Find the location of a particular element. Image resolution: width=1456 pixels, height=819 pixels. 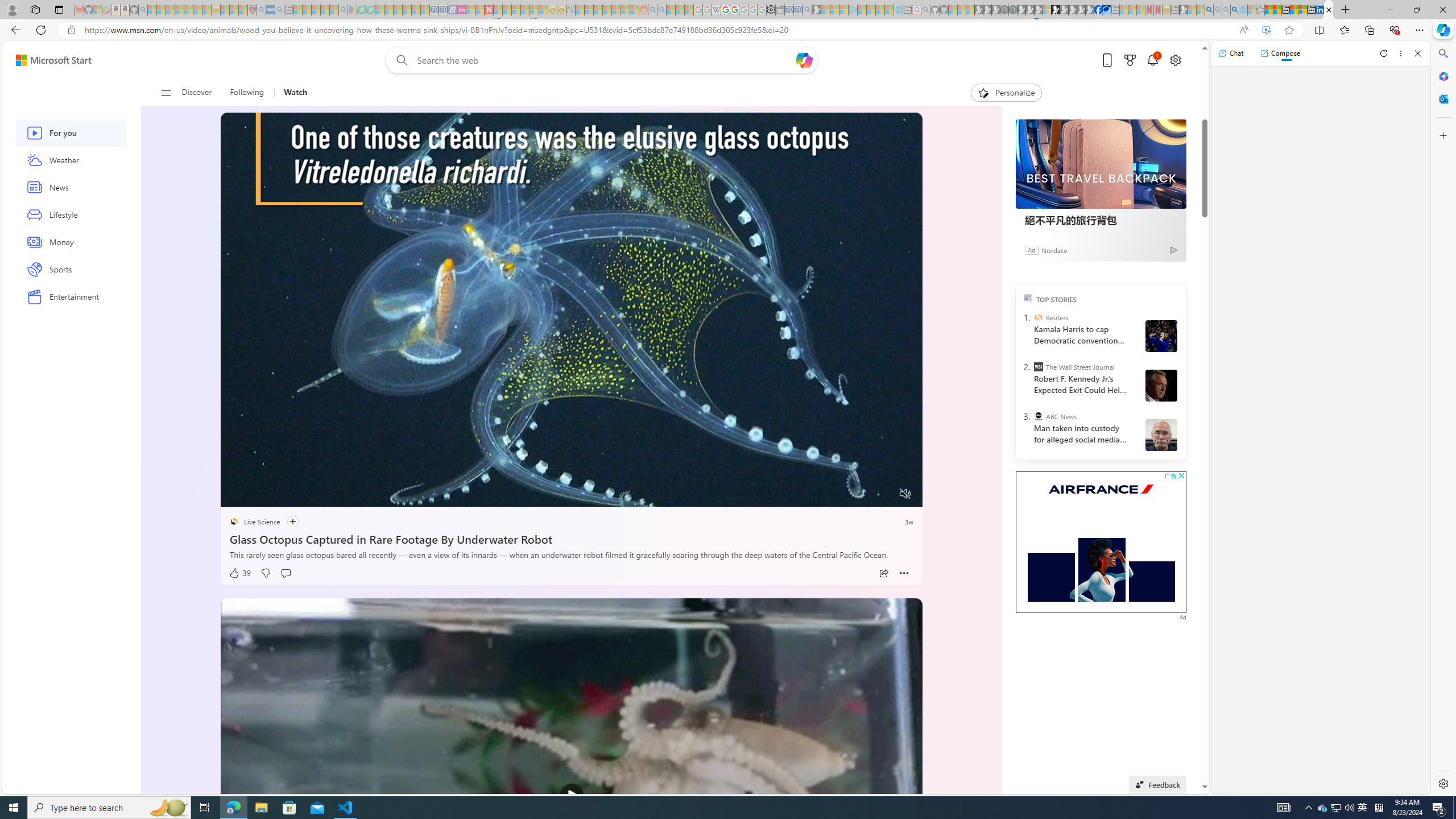

'New Report Confirms 2023 Was Record Hot | Watch - Sleeping' is located at coordinates (188, 9).